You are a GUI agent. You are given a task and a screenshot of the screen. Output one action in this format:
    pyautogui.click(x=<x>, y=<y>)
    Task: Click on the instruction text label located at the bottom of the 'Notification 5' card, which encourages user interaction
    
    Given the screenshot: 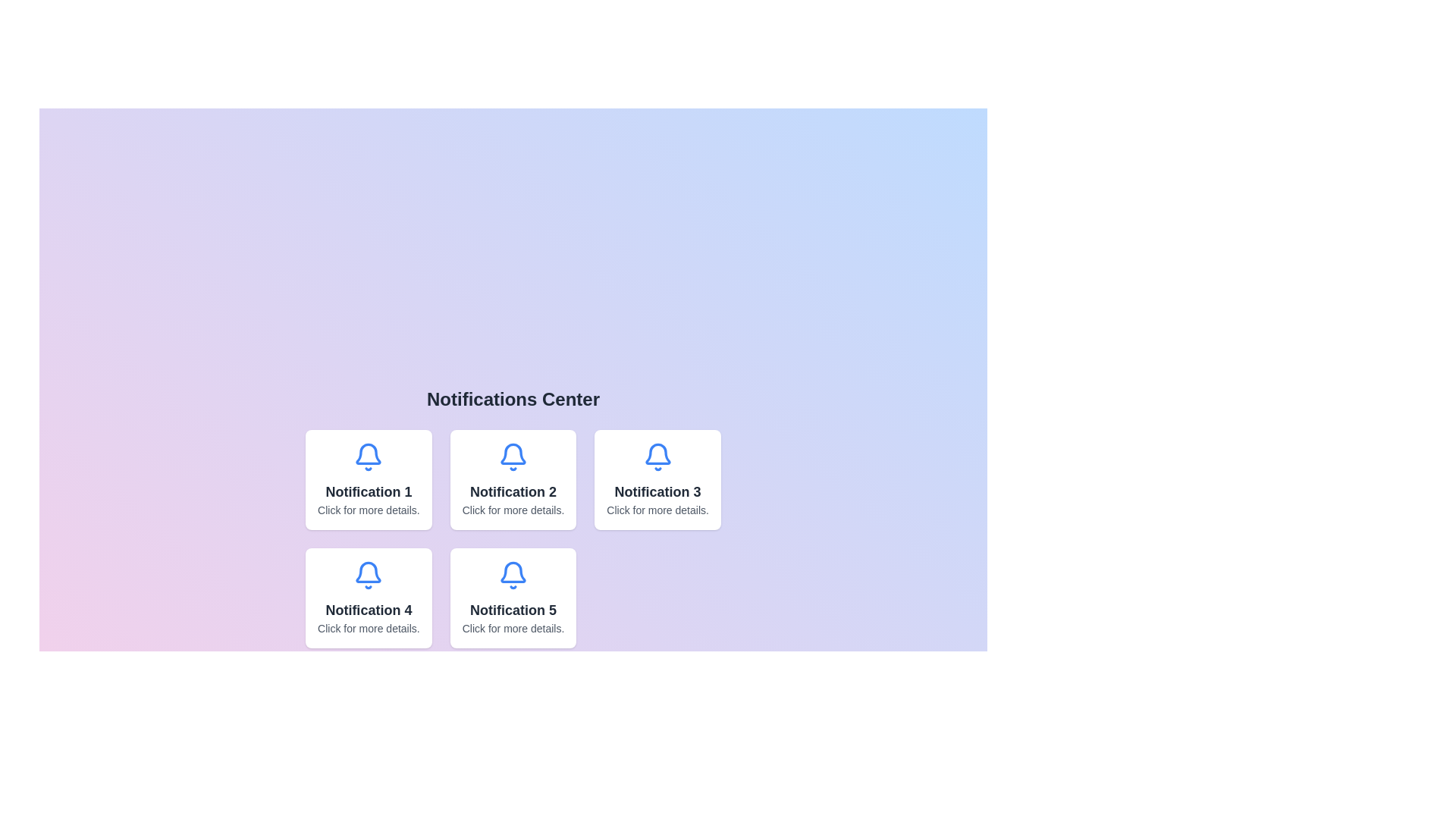 What is the action you would take?
    pyautogui.click(x=513, y=629)
    